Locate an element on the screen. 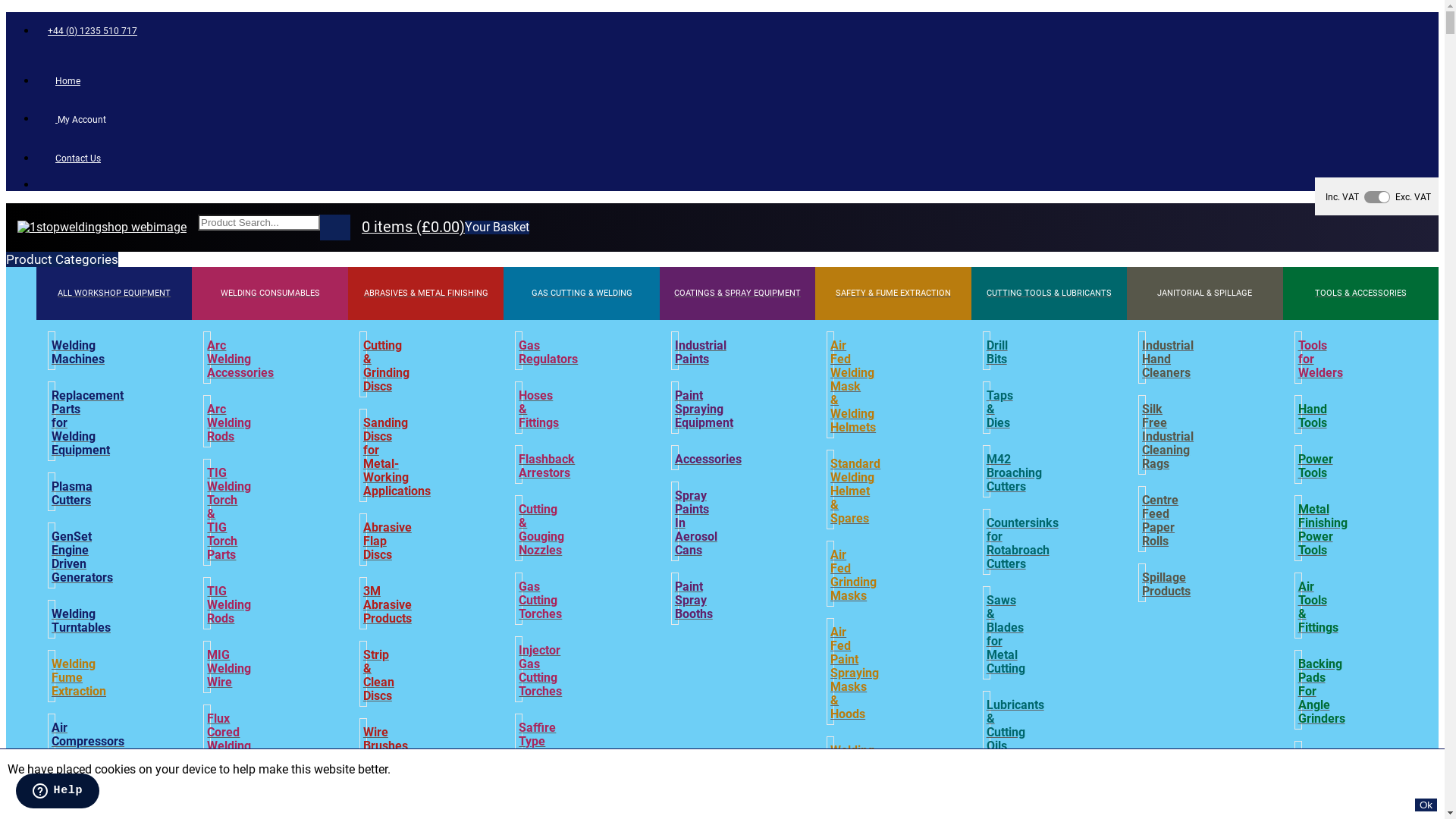 This screenshot has height=819, width=1456. 'ALL WORKSHOP EQUIPMENT' is located at coordinates (113, 293).